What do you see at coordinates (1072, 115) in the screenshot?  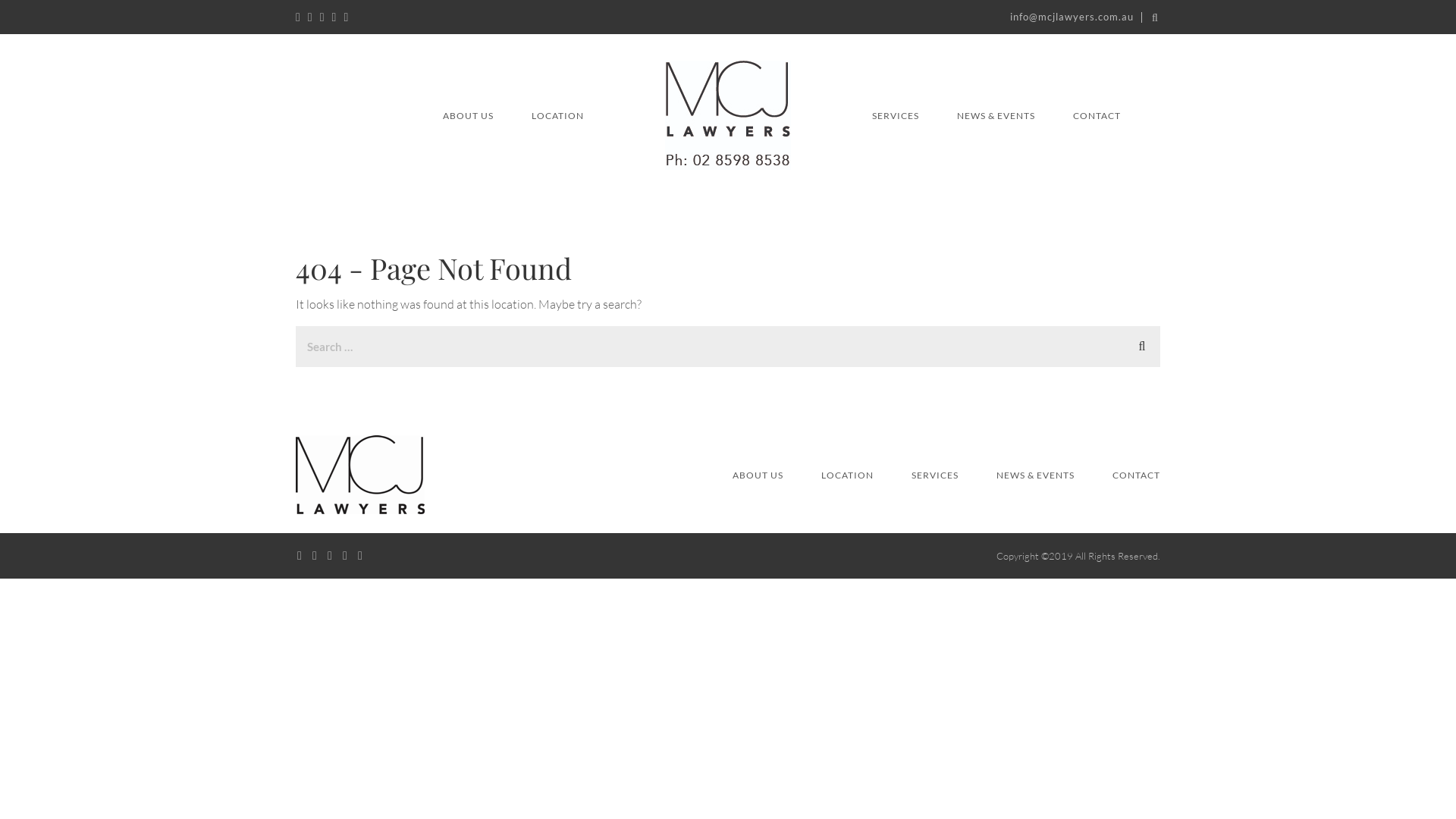 I see `'CONTACT'` at bounding box center [1072, 115].